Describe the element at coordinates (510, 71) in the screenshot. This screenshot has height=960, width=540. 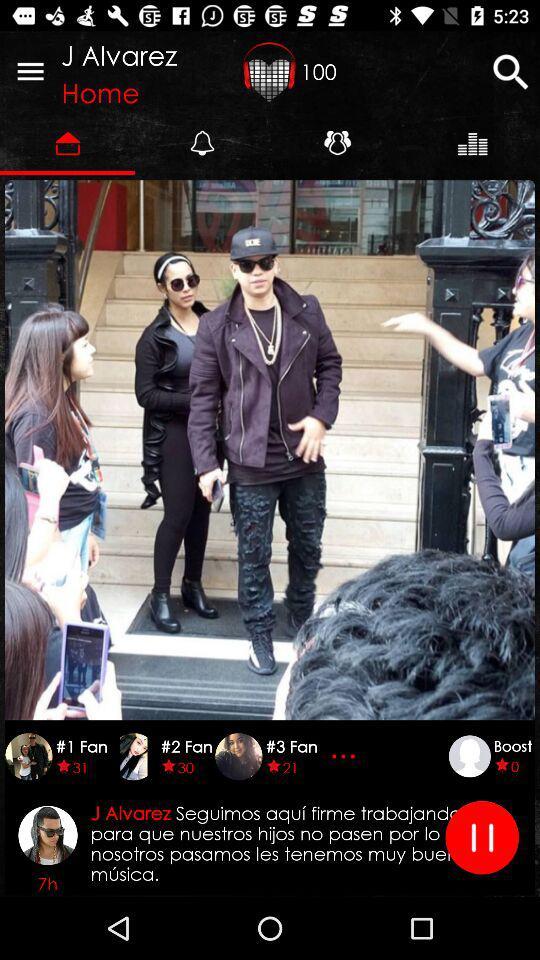
I see `search` at that location.